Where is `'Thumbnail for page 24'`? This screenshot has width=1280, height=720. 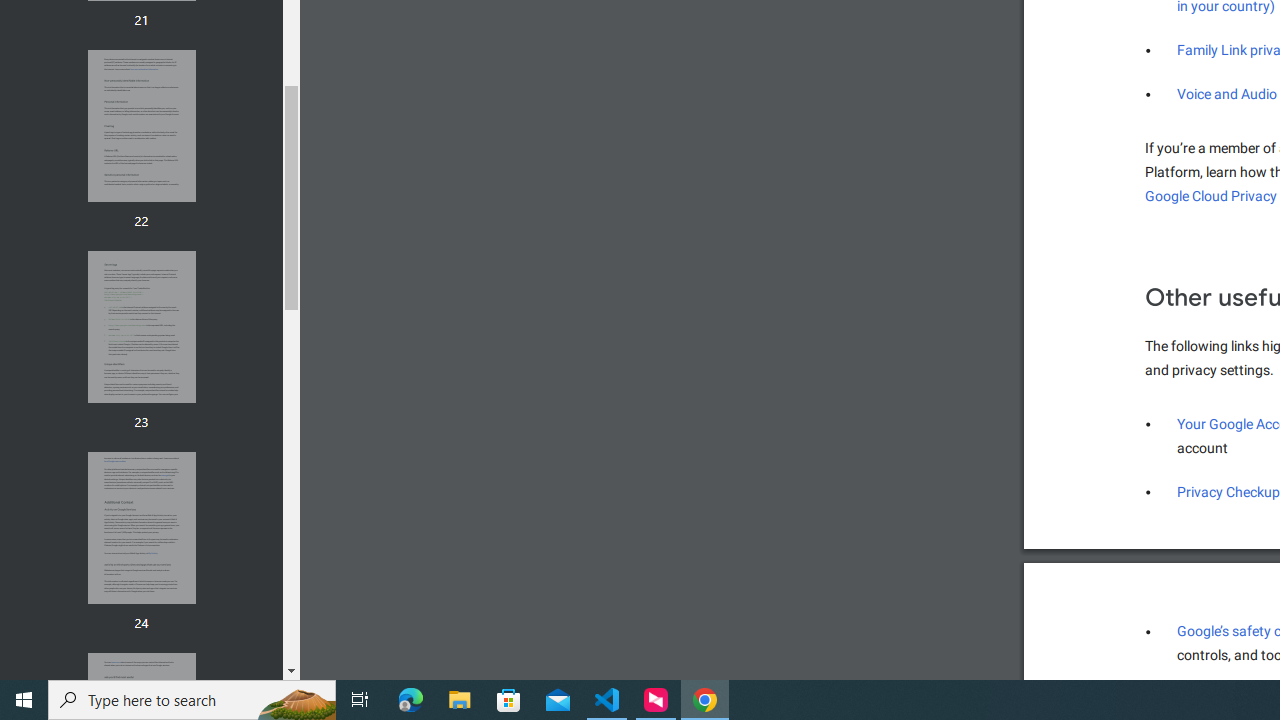
'Thumbnail for page 24' is located at coordinates (140, 527).